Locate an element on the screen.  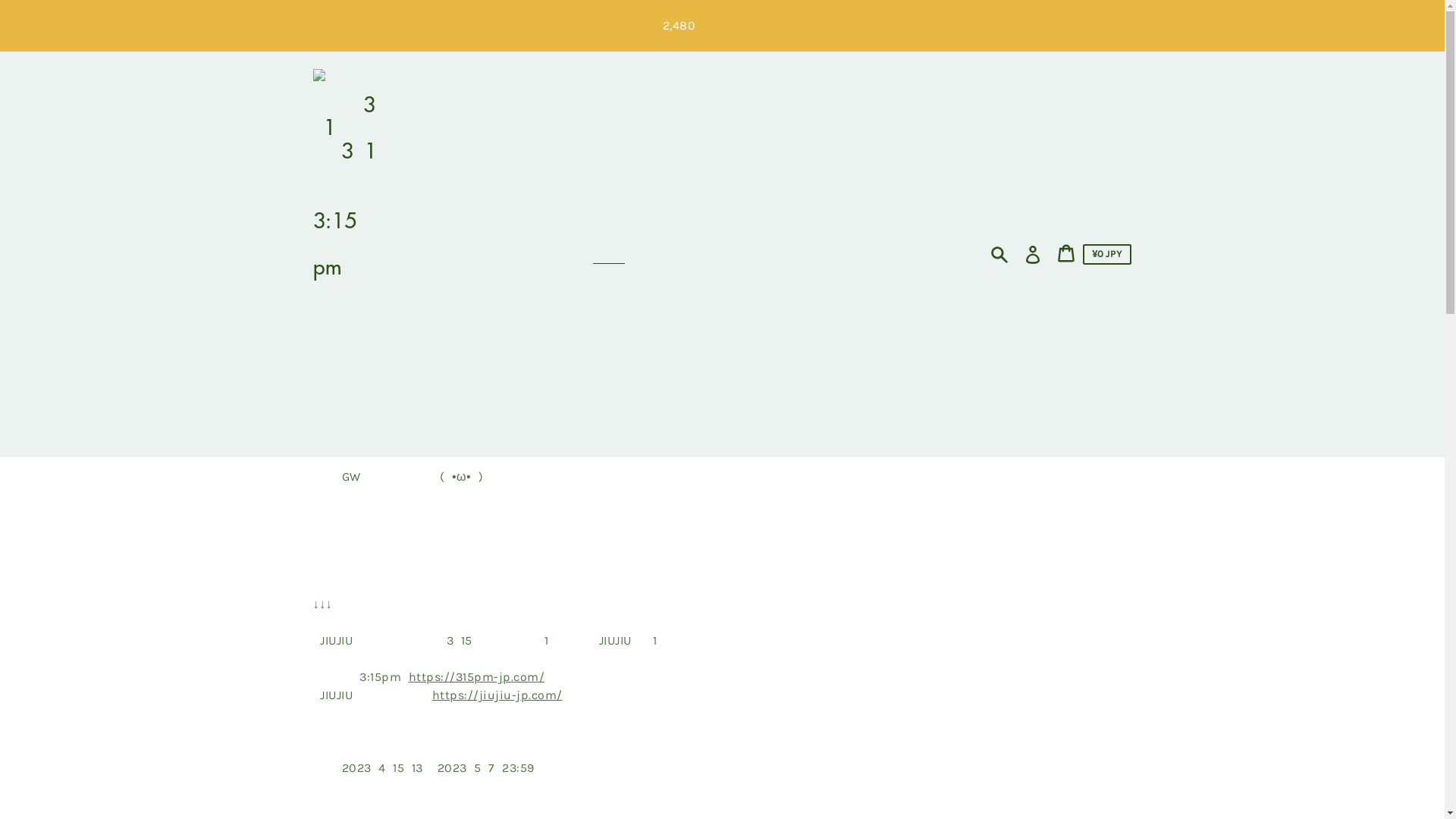
'https://315pm-jp.com/' is located at coordinates (475, 676).